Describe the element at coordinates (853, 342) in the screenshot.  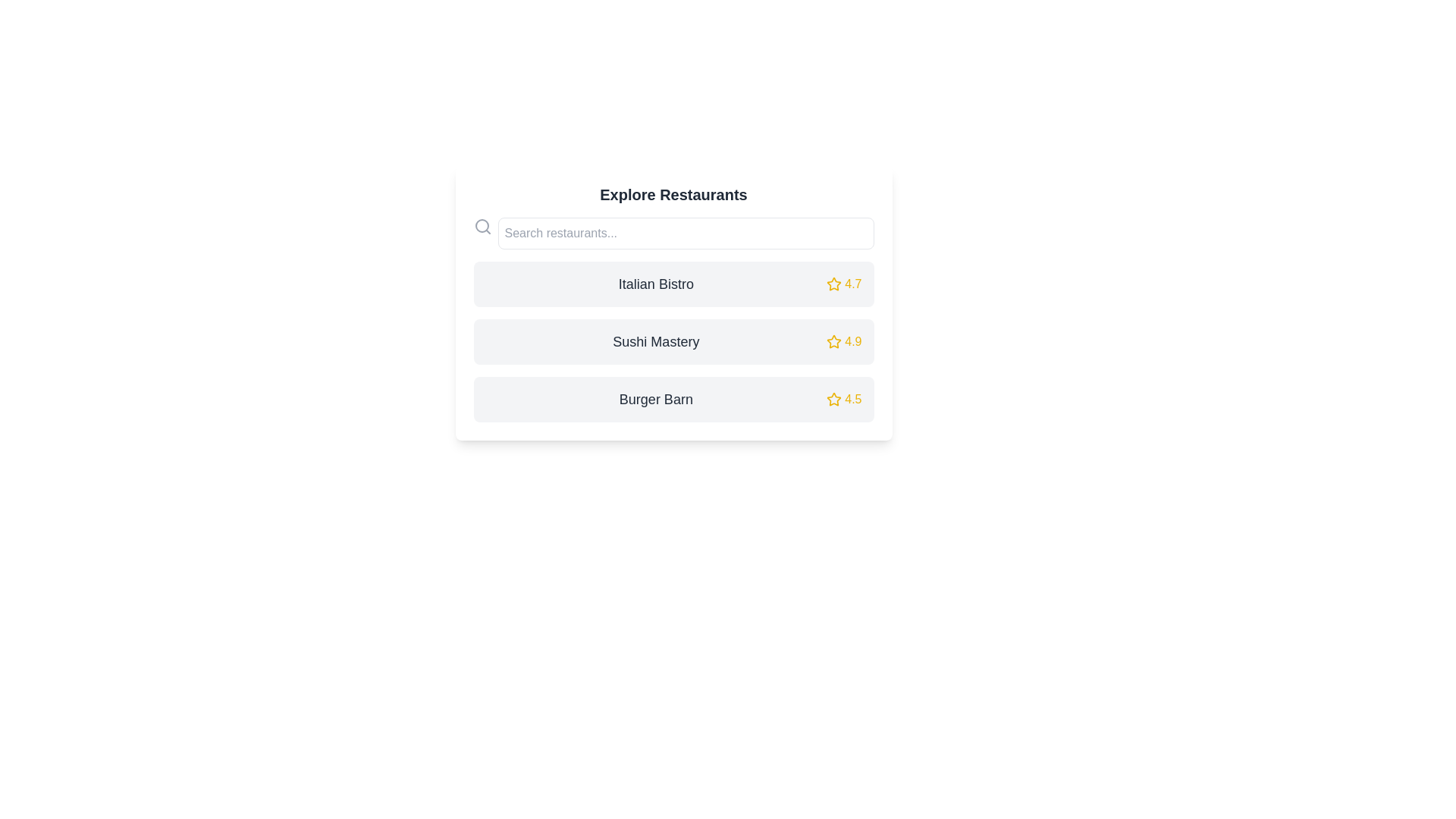
I see `the text label displaying '4.9' in yellow font, which is located next to the star icon in the 'Sushi Mastery' list item under 'Explore Restaurants'` at that location.